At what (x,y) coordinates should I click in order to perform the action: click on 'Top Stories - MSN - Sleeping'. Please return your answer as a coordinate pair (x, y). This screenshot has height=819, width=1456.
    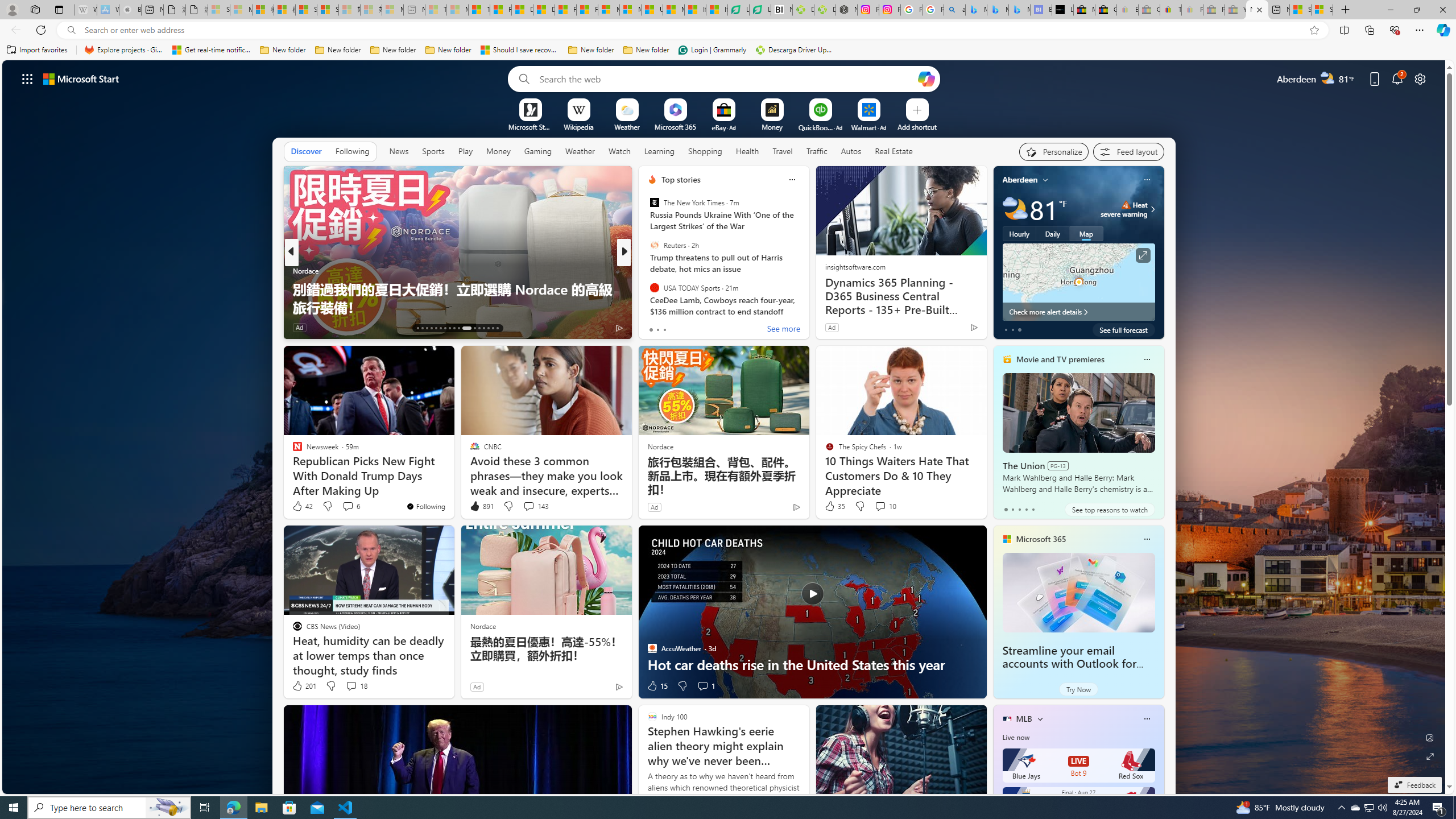
    Looking at the image, I should click on (436, 9).